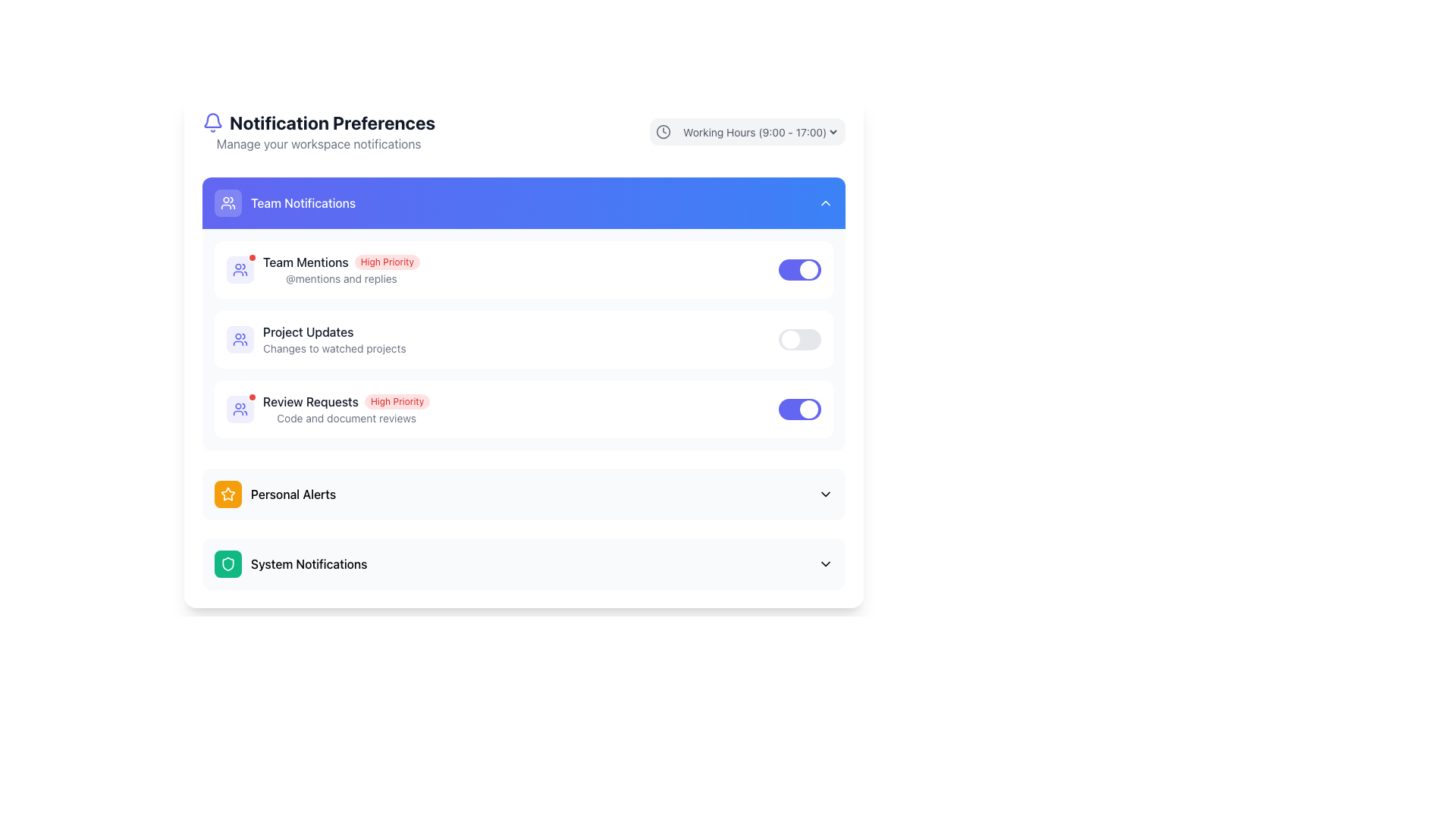  What do you see at coordinates (524, 409) in the screenshot?
I see `the 'Review Requests' notification entry with a purple toggle switch, which is the third item under the 'Team Notifications' section` at bounding box center [524, 409].